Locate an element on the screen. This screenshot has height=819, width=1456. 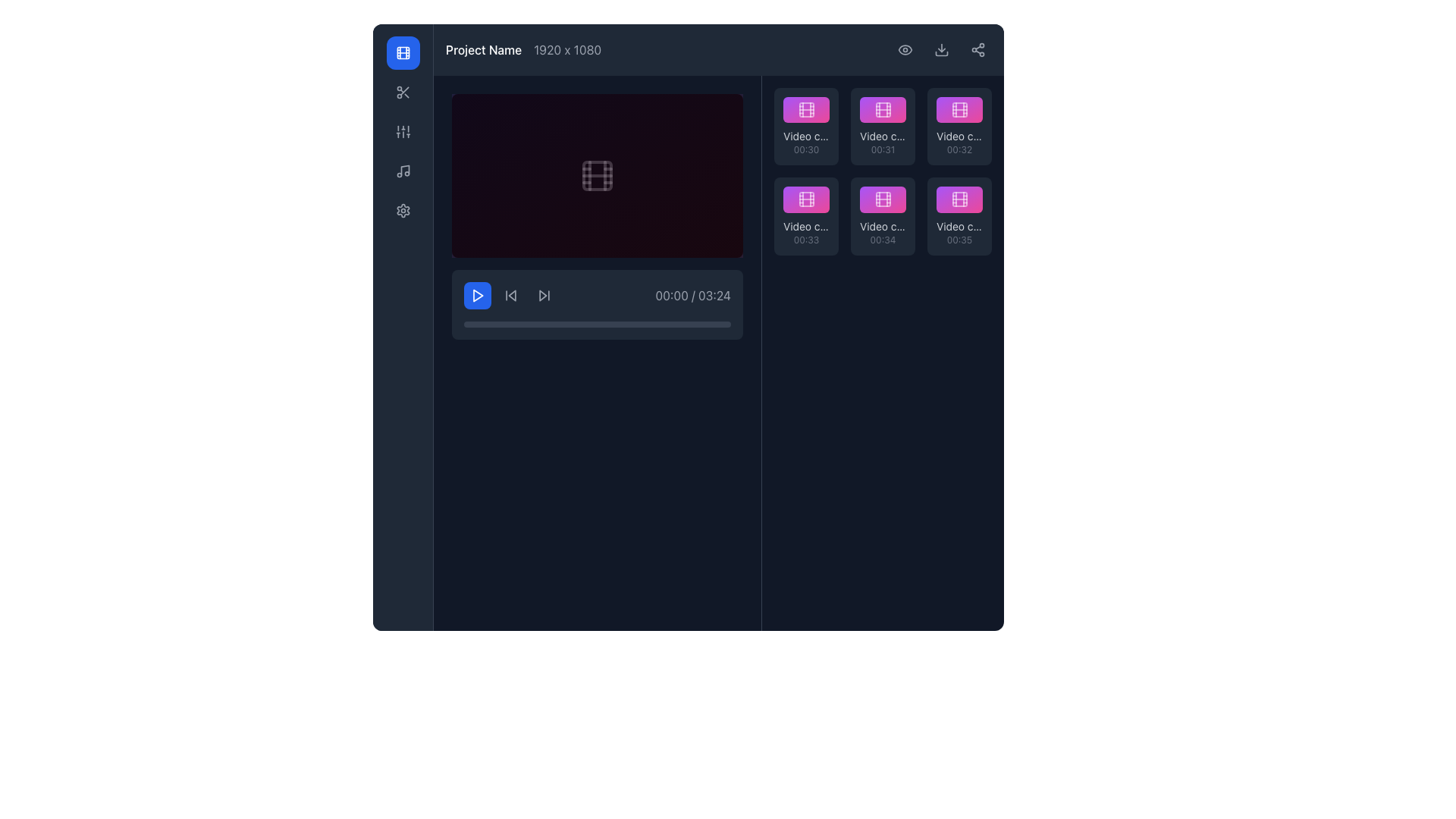
the 'Skip Backward' button located in the bottom center of the video player control panel, positioned between the 'Play' button and the 'Forward' button is located at coordinates (510, 295).